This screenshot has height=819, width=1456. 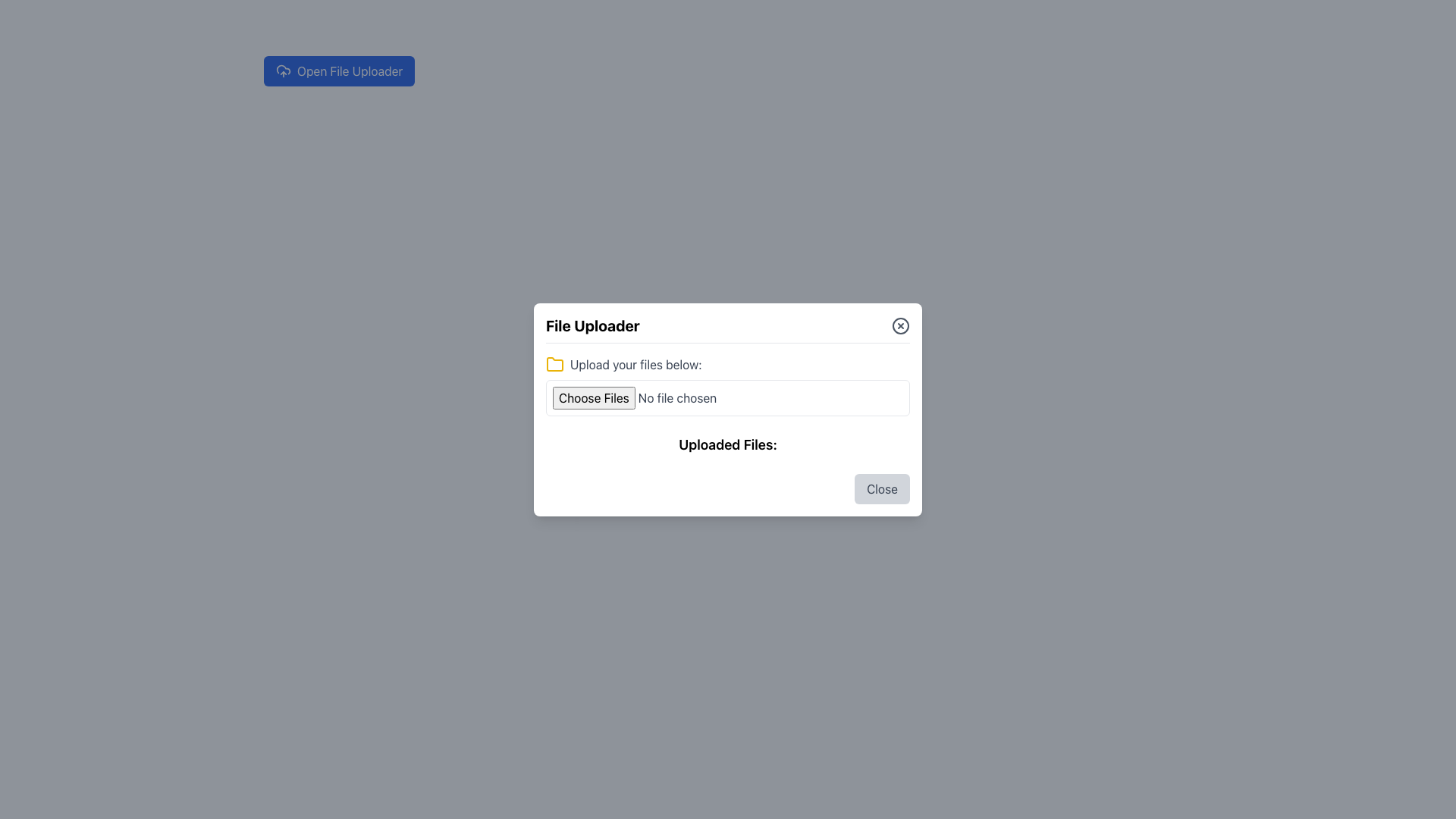 I want to click on the file upload icon located to the immediate left of the text 'Upload your files below:' in the 'File Uploader' dialog box, so click(x=554, y=363).